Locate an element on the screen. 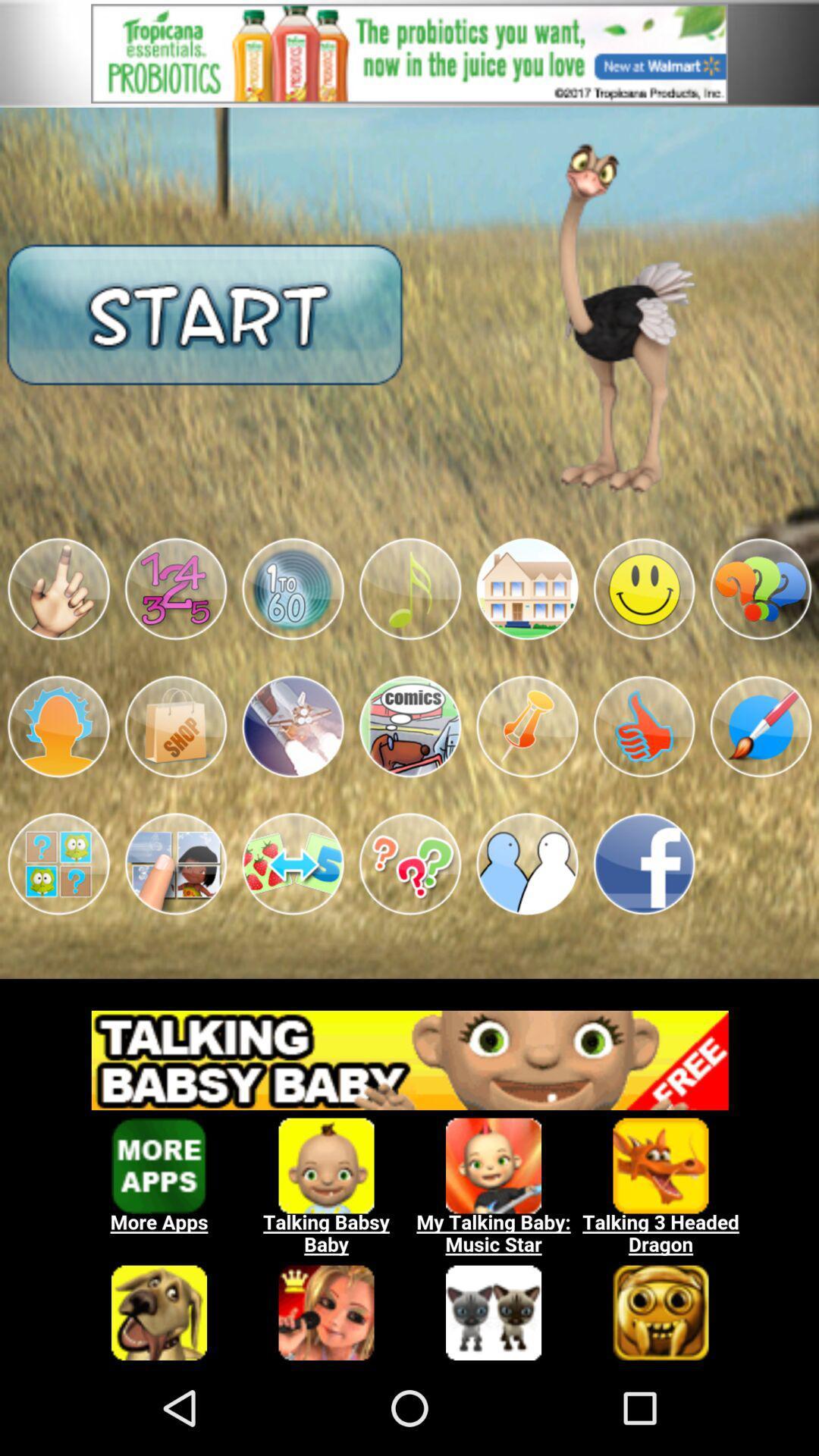  the cart icon is located at coordinates (174, 777).